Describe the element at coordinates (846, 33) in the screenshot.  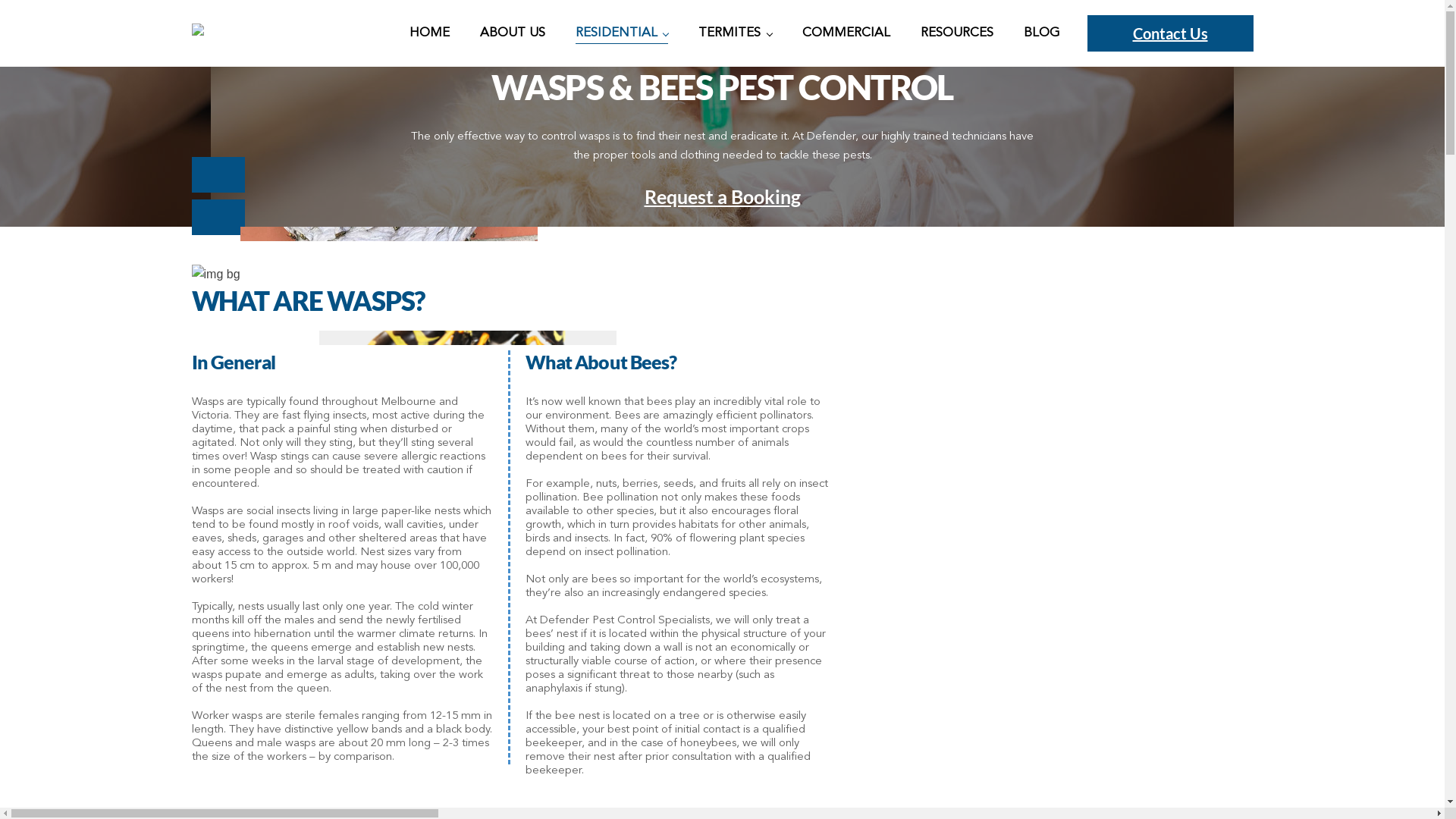
I see `'COMMERCIAL'` at that location.